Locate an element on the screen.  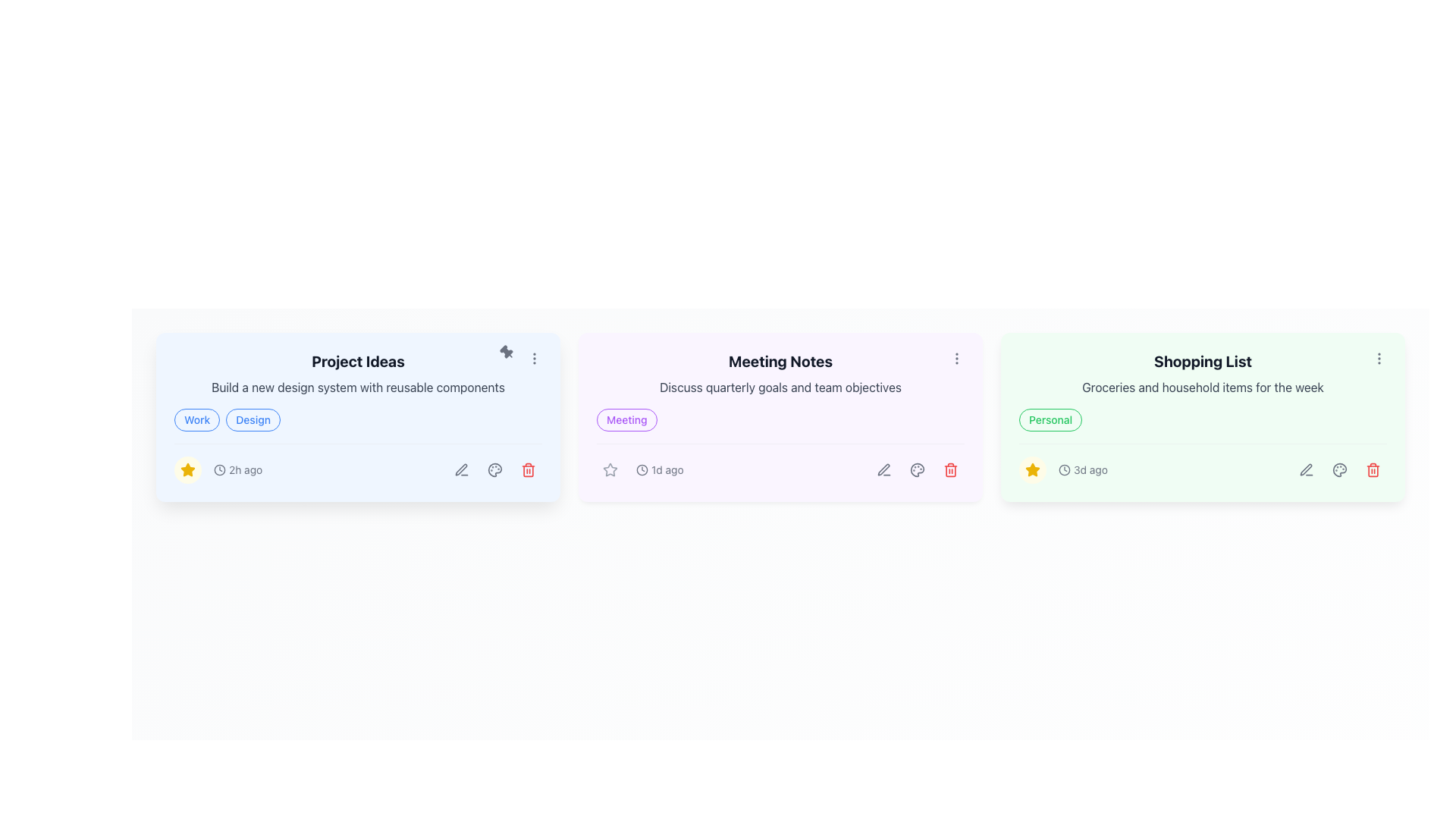
the timestamp label displaying '1d ago' located in the lower-left section of the 'Meeting Notes' card, adjacent to the star icon is located at coordinates (640, 469).